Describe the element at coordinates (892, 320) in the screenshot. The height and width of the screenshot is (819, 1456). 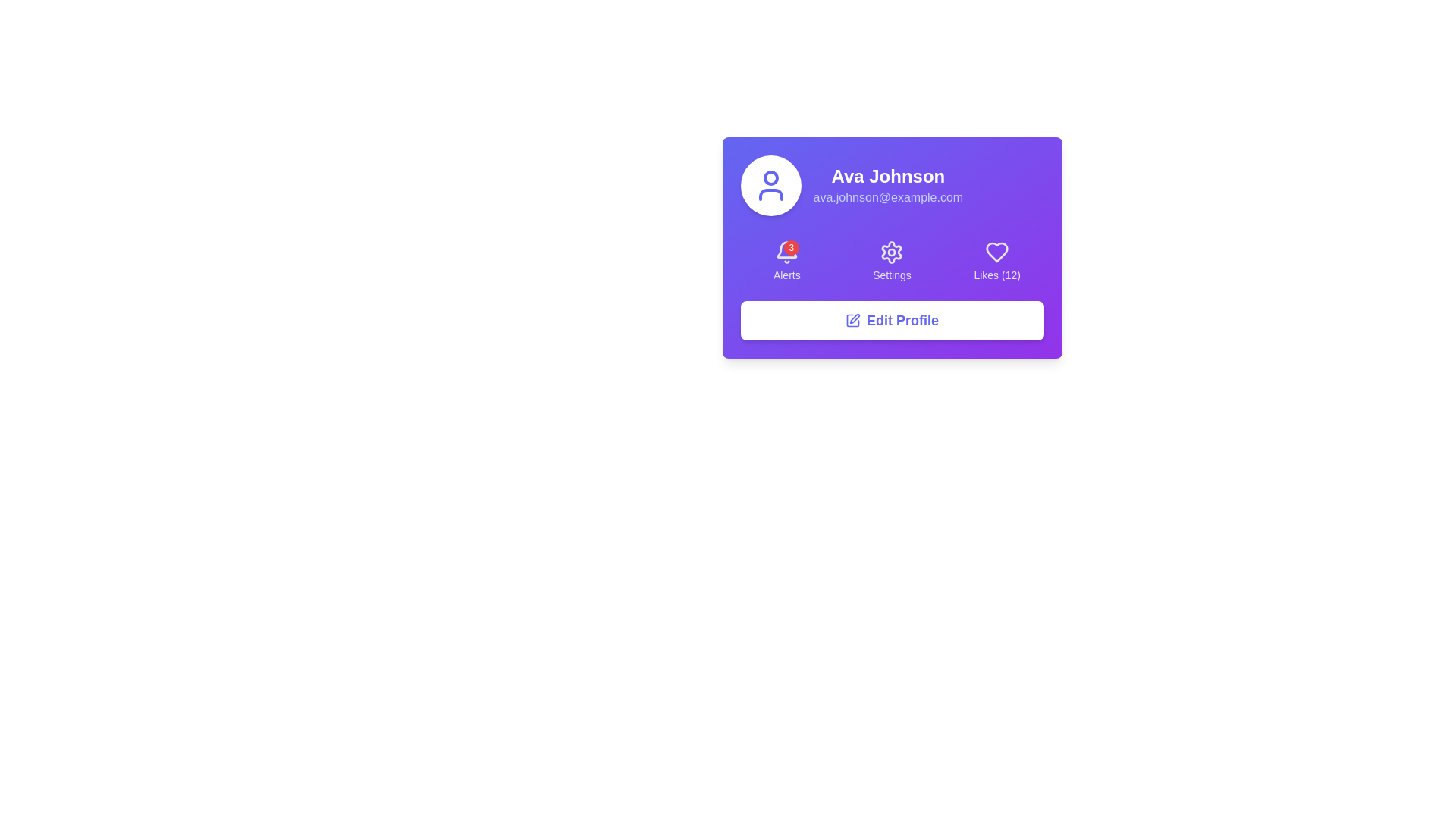
I see `the rectangular button labeled 'Edit Profile' with a pen icon` at that location.